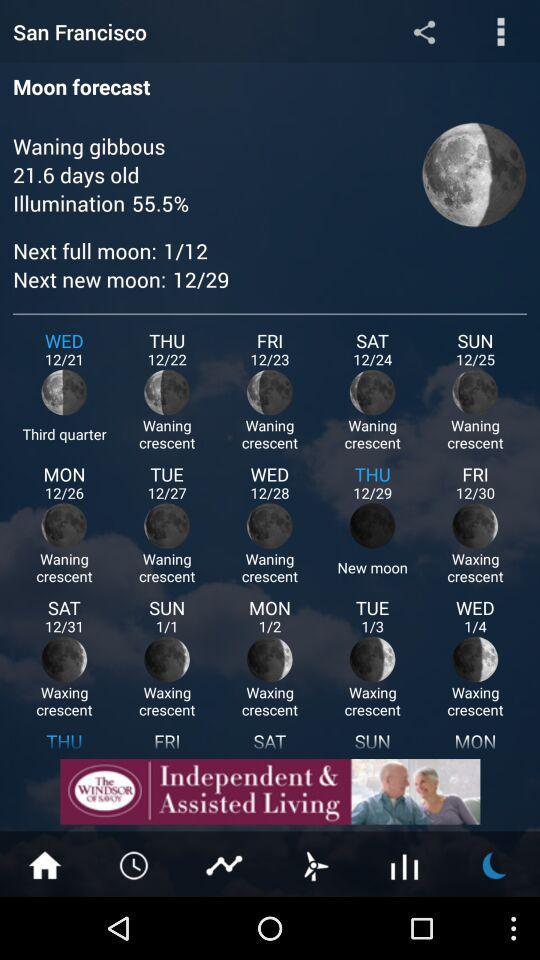  I want to click on share, so click(423, 30).